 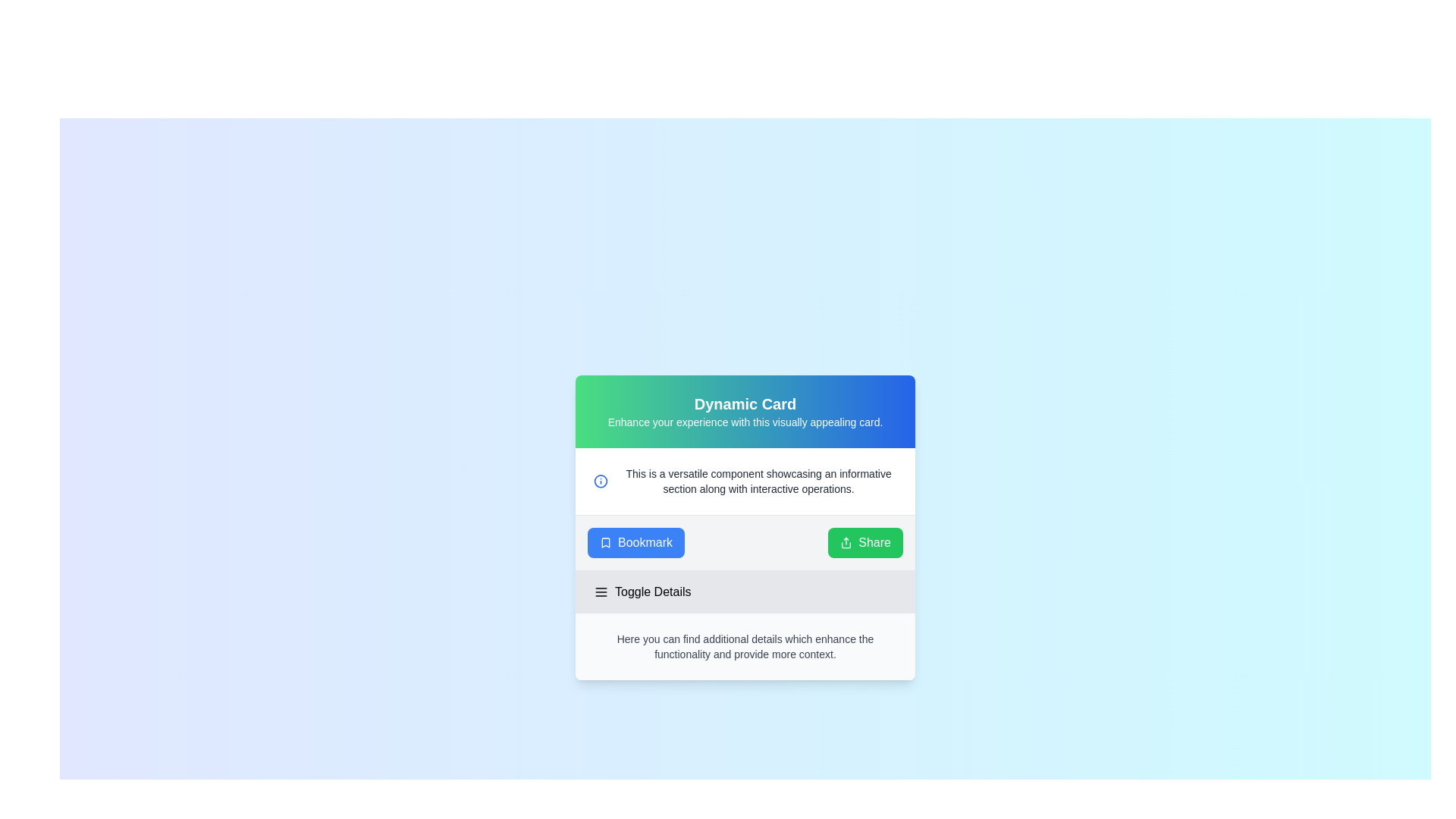 What do you see at coordinates (600, 591) in the screenshot?
I see `the icon that symbolizes the 'Toggle Details' action, positioned on the left side of the 'Toggle Details' button group` at bounding box center [600, 591].